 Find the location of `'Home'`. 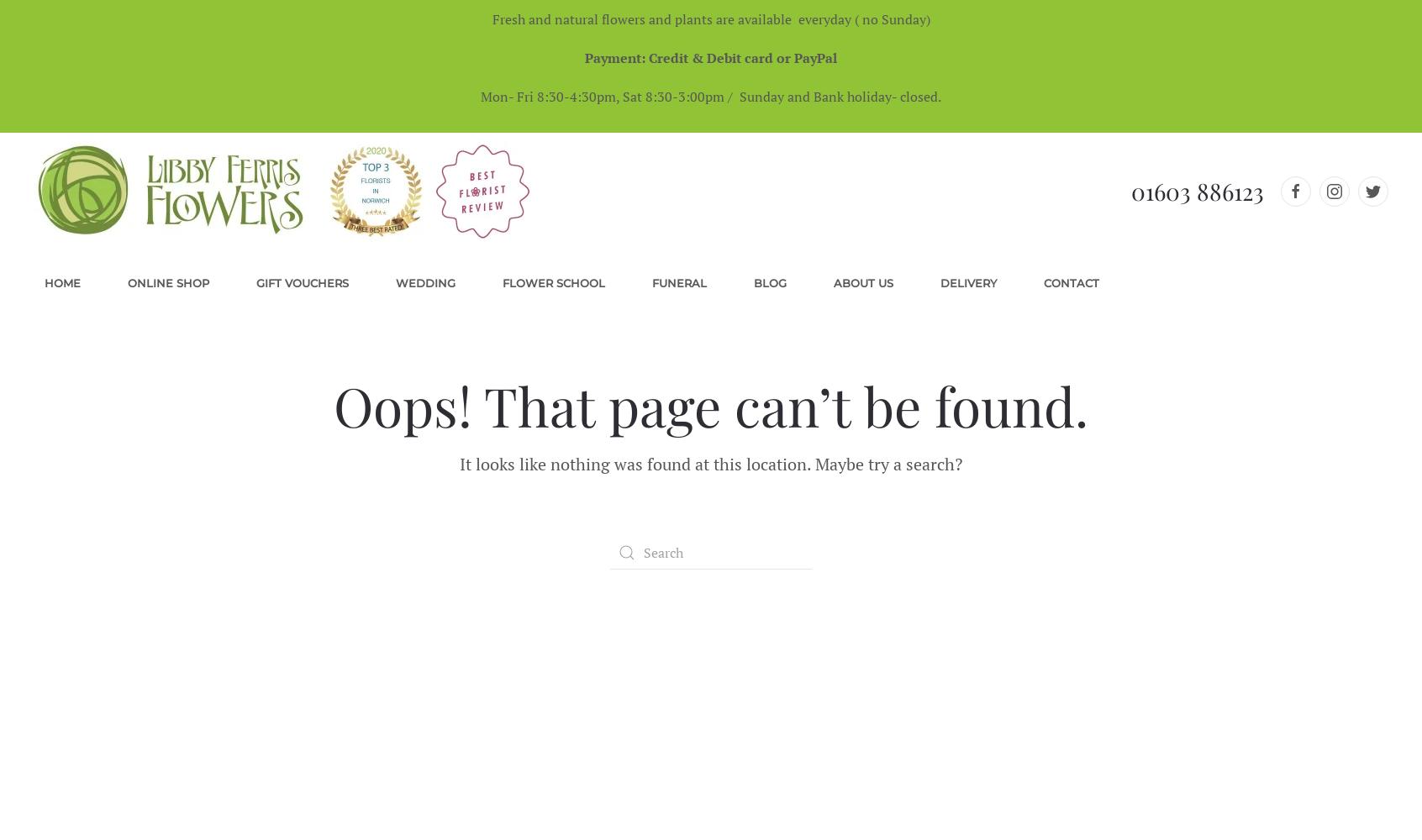

'Home' is located at coordinates (62, 282).